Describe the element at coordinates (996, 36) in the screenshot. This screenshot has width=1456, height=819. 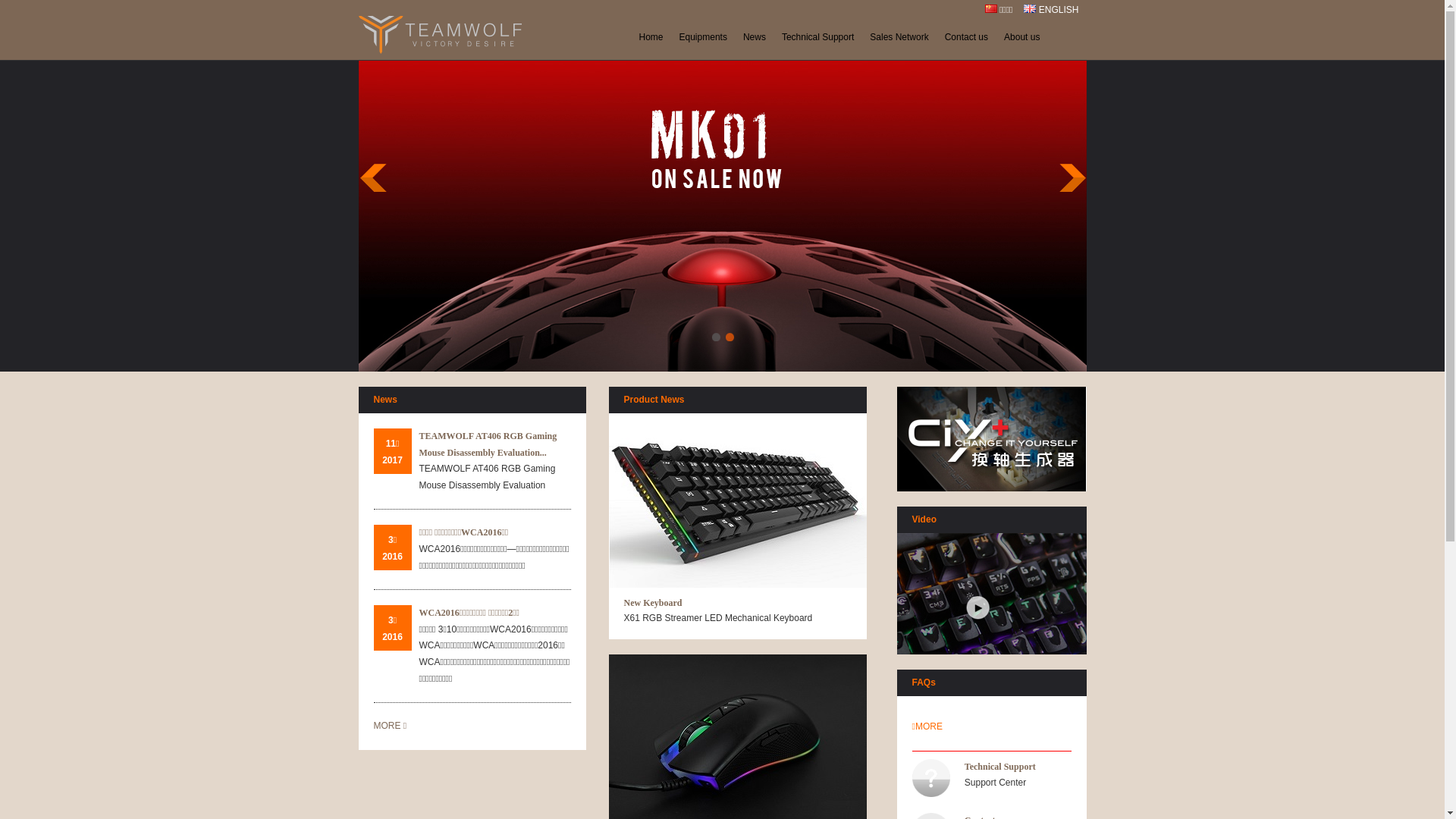
I see `'About us'` at that location.